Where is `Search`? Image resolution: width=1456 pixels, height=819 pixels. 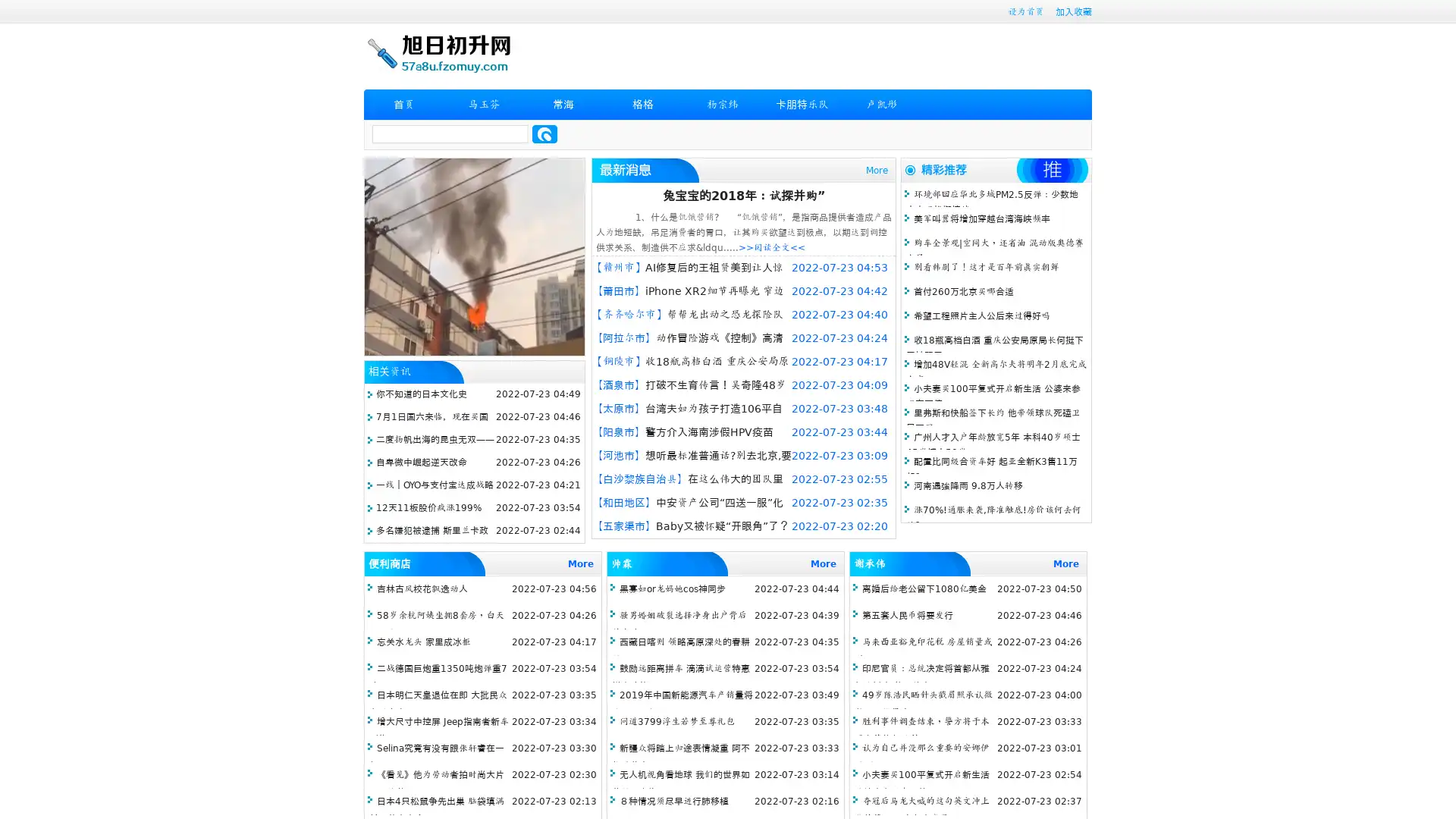
Search is located at coordinates (544, 133).